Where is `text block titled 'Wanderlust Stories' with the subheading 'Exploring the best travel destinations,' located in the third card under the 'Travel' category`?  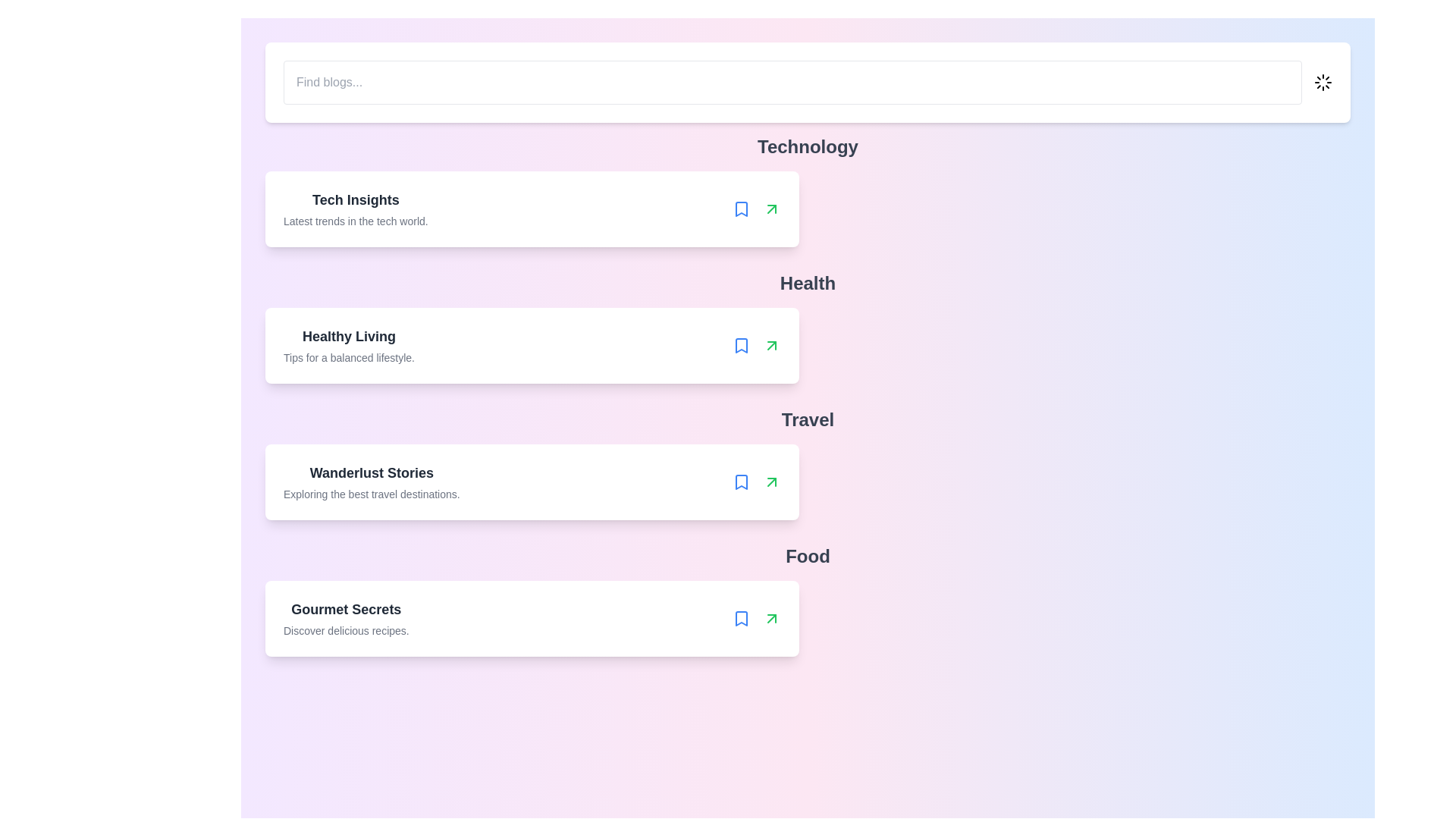
text block titled 'Wanderlust Stories' with the subheading 'Exploring the best travel destinations,' located in the third card under the 'Travel' category is located at coordinates (372, 482).